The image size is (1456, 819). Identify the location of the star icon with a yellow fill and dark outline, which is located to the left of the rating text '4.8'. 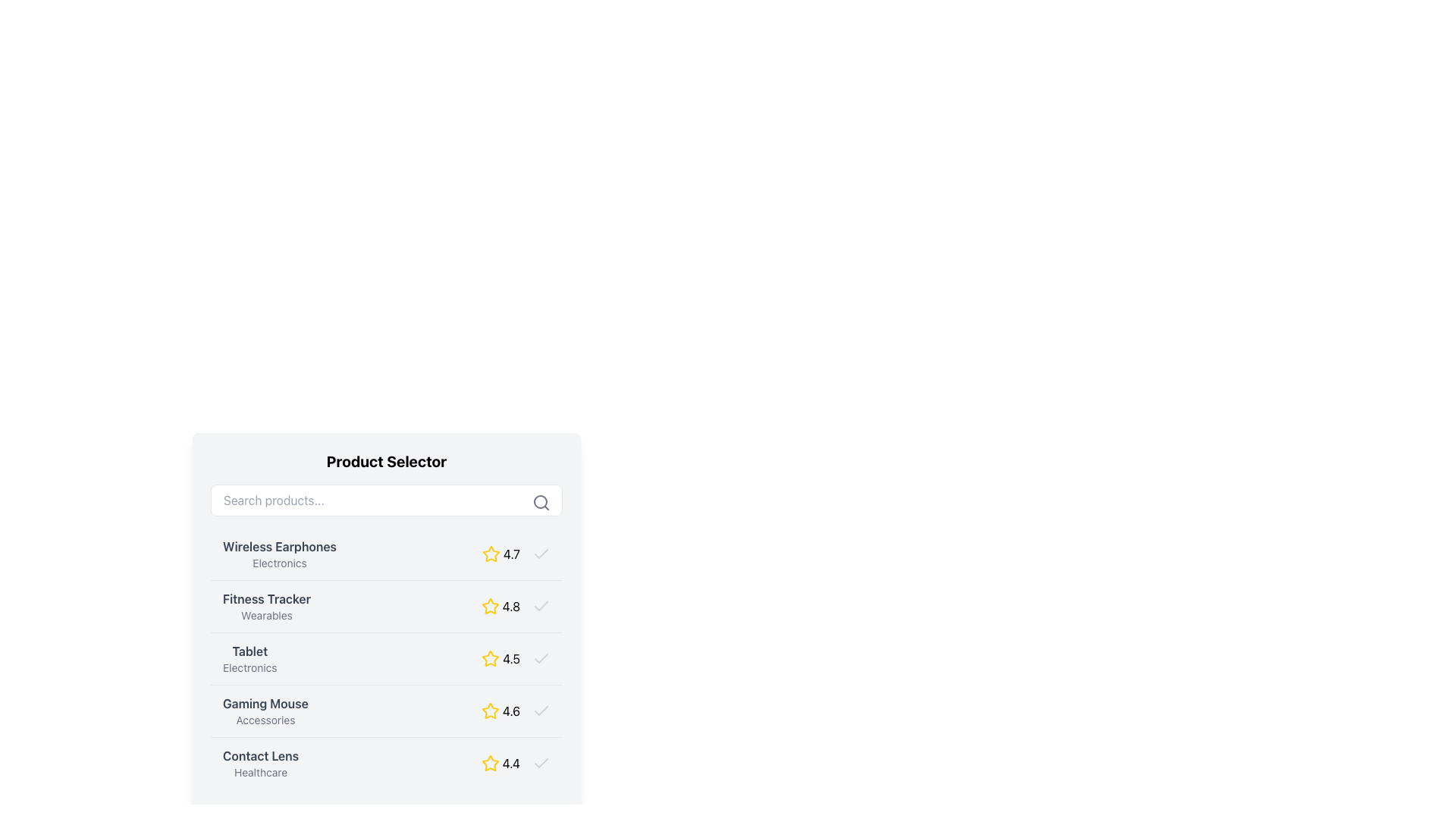
(490, 605).